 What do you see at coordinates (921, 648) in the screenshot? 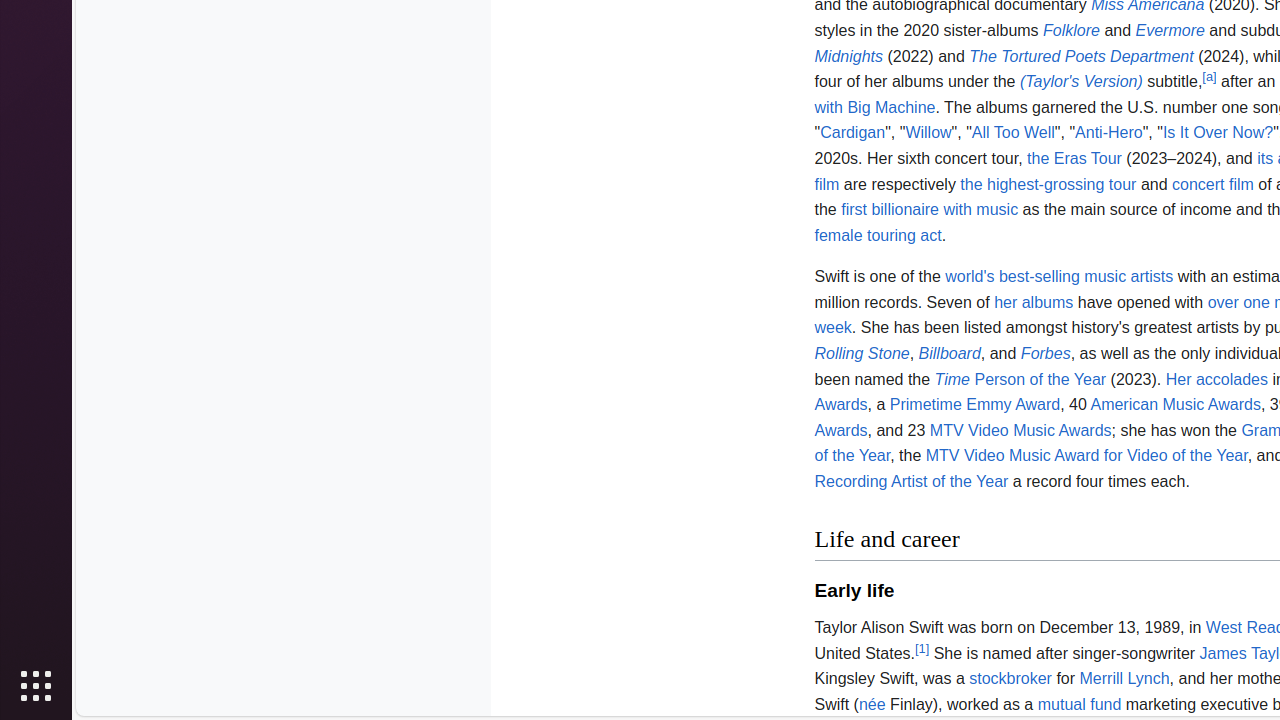
I see `'[1]'` at bounding box center [921, 648].